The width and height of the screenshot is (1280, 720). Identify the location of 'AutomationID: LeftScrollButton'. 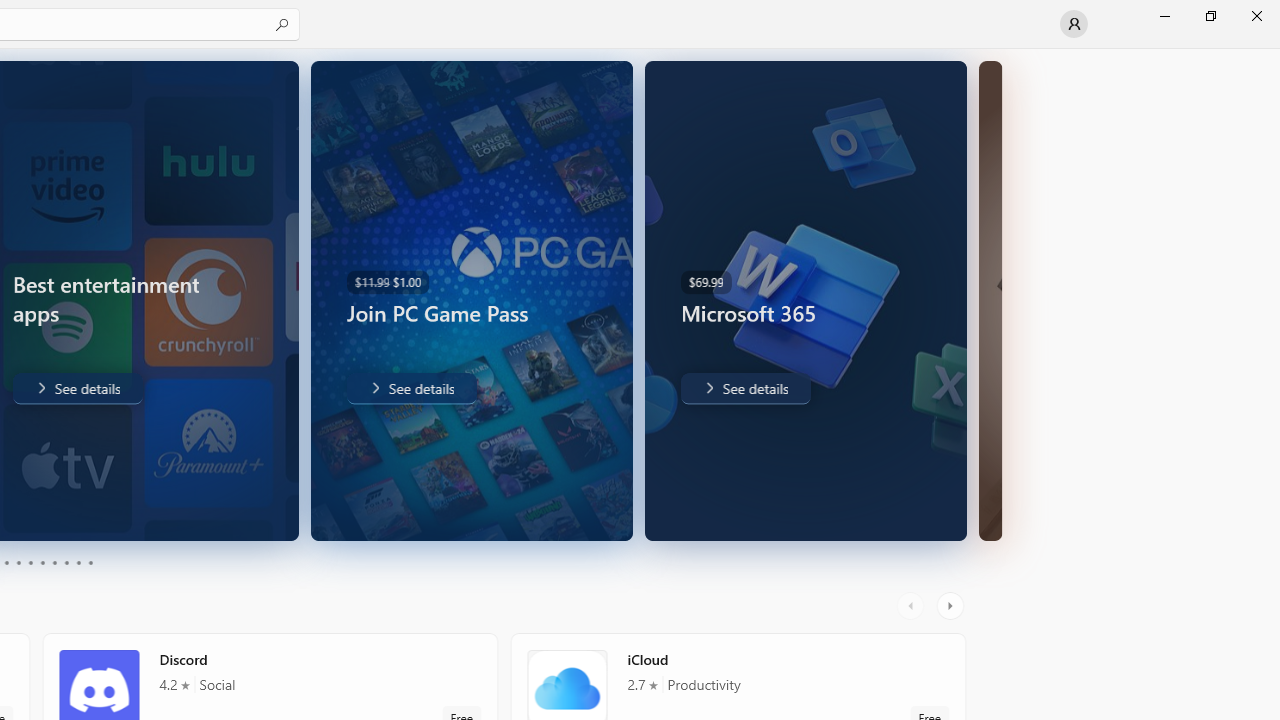
(912, 605).